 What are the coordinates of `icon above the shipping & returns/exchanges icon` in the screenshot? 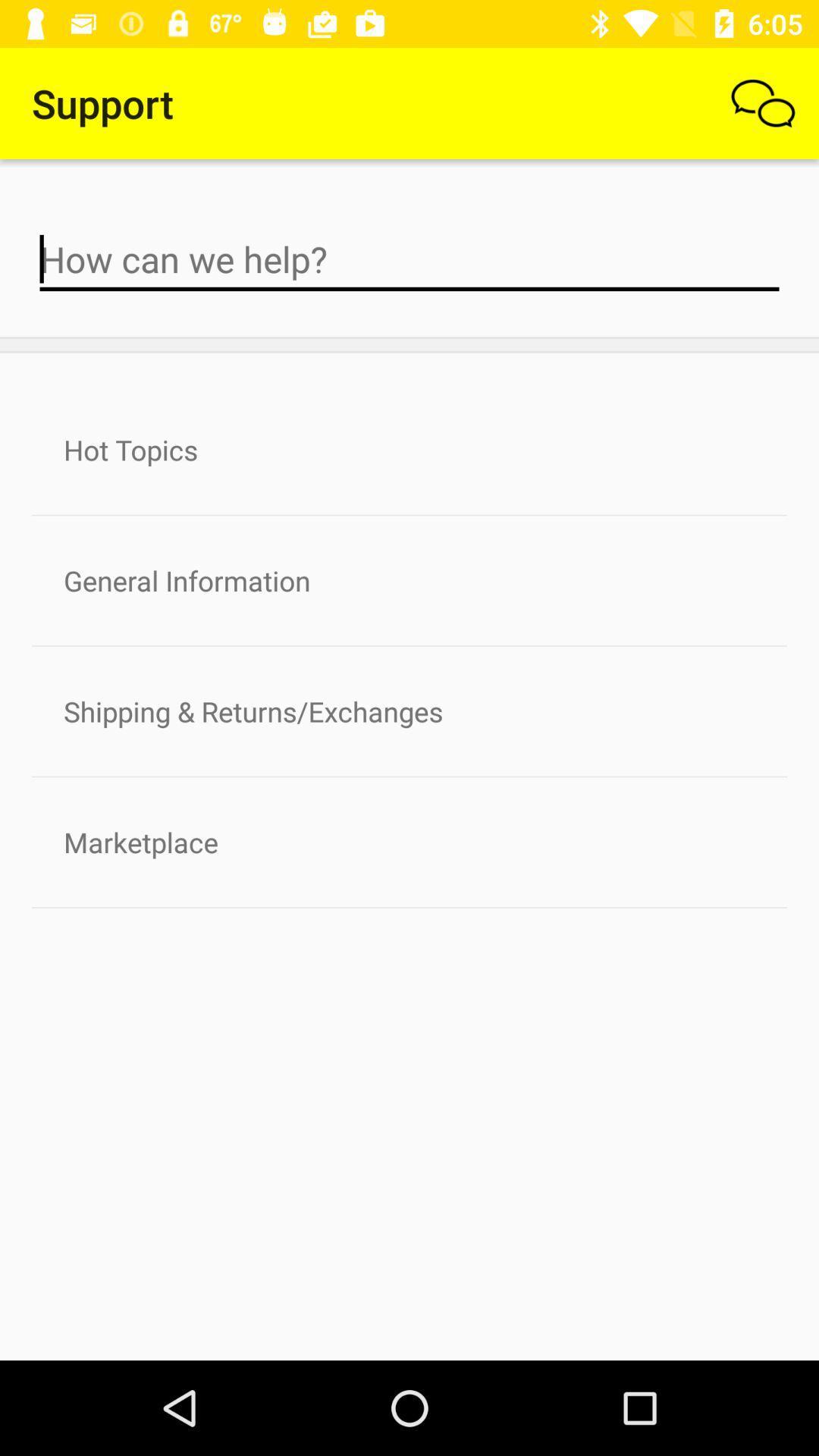 It's located at (409, 579).